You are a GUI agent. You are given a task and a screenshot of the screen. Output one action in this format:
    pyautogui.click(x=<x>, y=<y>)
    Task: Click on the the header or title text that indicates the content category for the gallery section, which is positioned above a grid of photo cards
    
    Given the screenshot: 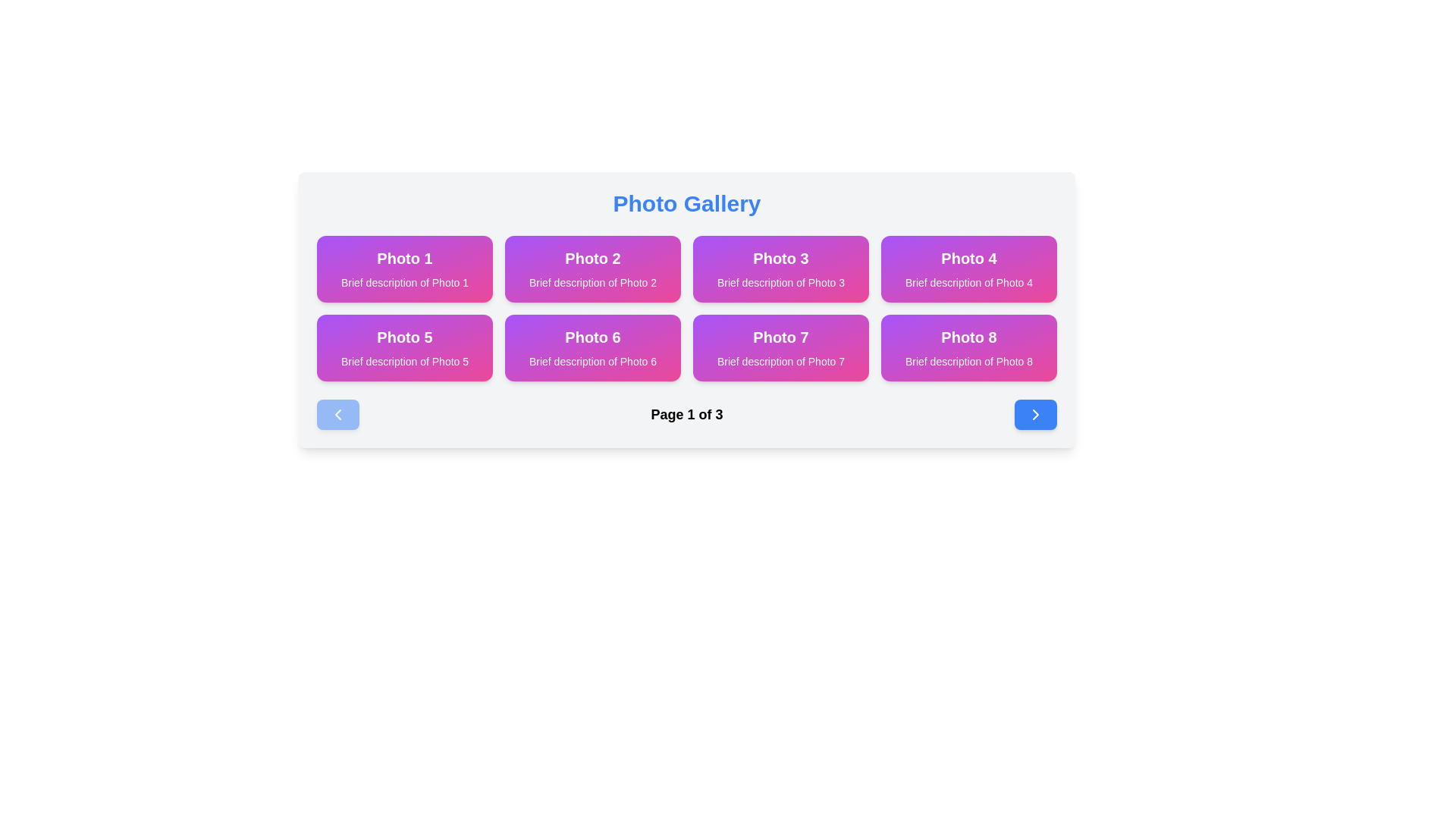 What is the action you would take?
    pyautogui.click(x=686, y=203)
    